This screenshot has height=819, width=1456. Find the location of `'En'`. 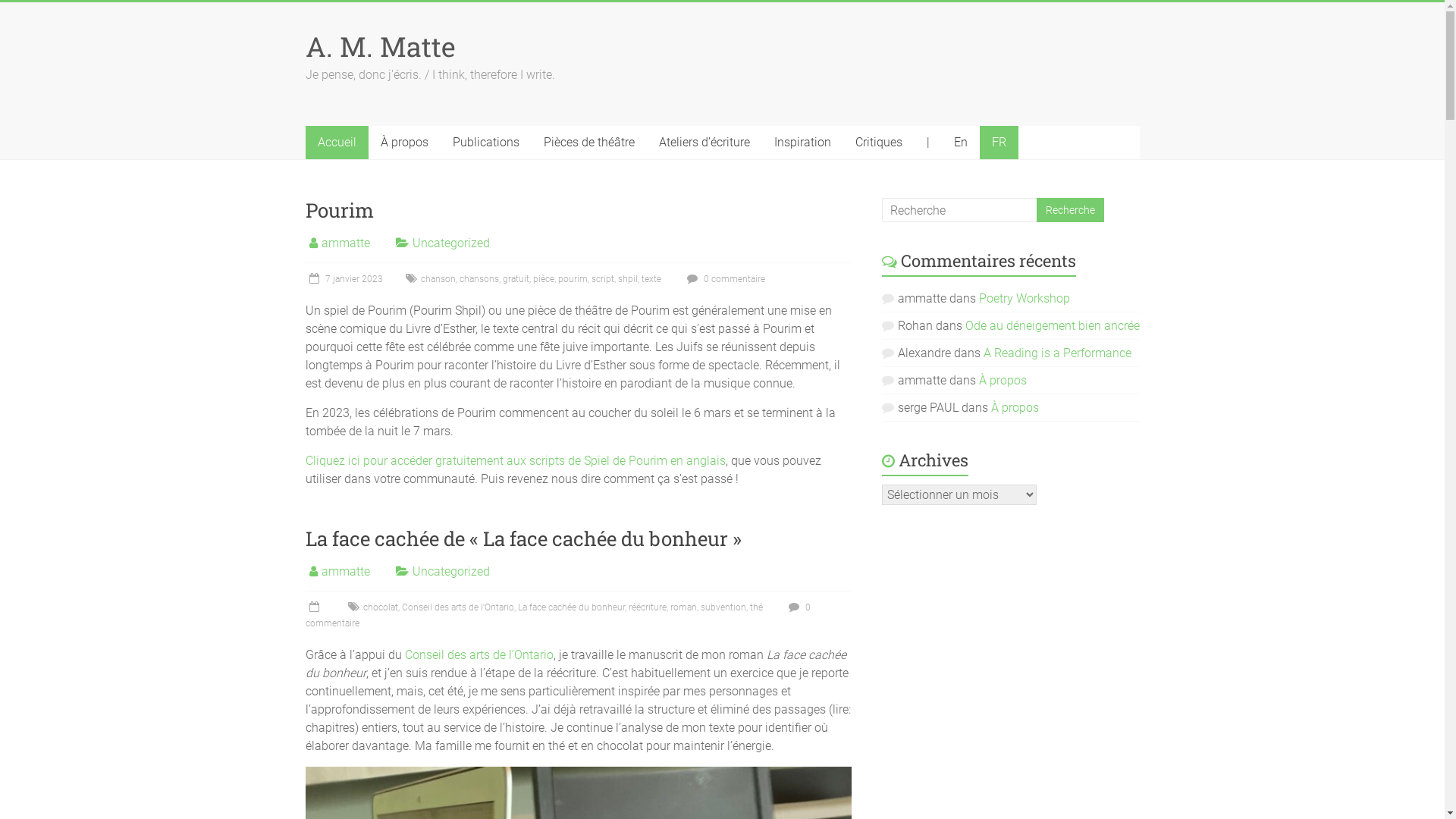

'En' is located at coordinates (960, 143).